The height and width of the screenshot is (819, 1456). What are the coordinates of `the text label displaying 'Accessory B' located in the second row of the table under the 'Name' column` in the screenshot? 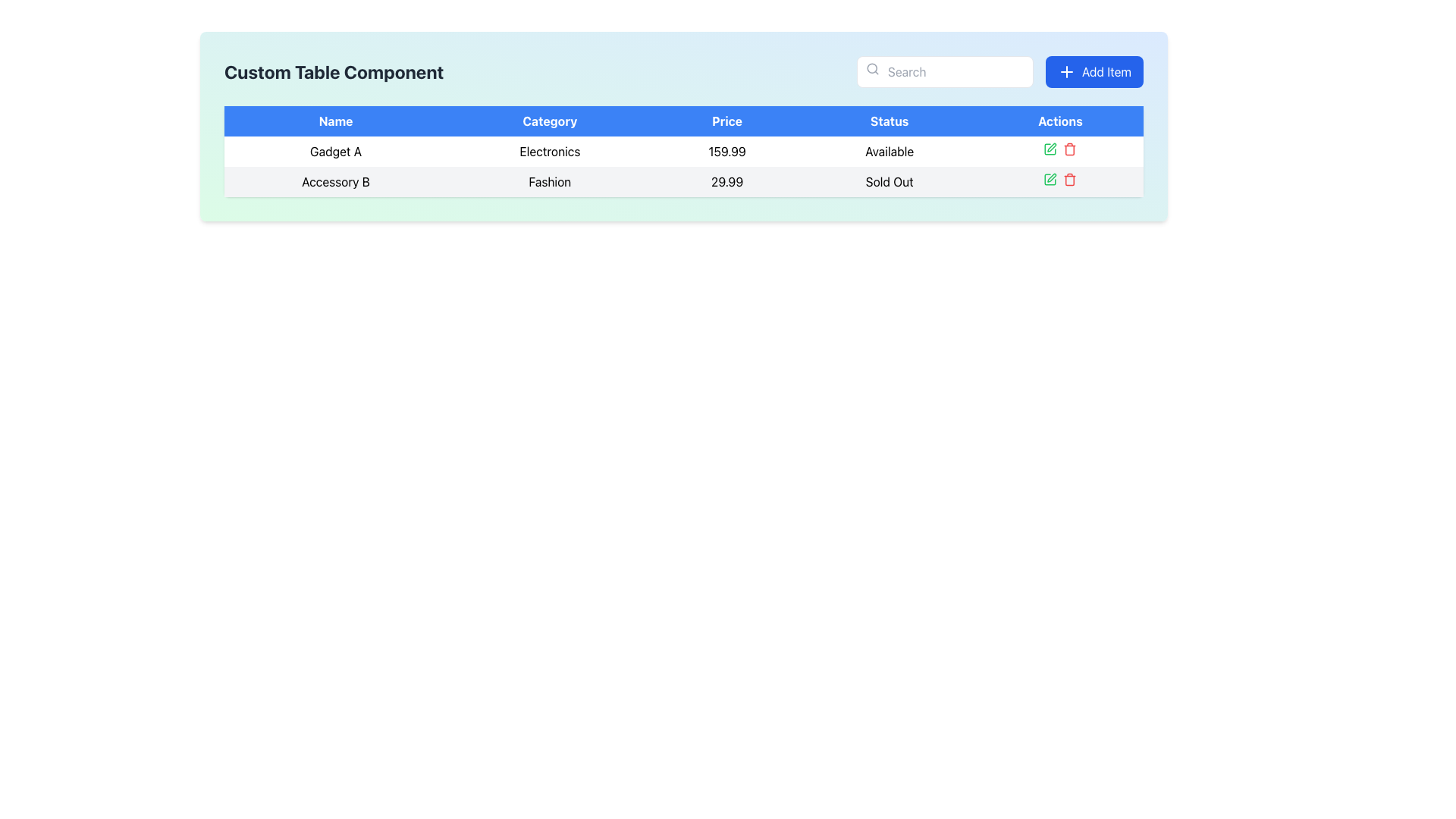 It's located at (335, 180).